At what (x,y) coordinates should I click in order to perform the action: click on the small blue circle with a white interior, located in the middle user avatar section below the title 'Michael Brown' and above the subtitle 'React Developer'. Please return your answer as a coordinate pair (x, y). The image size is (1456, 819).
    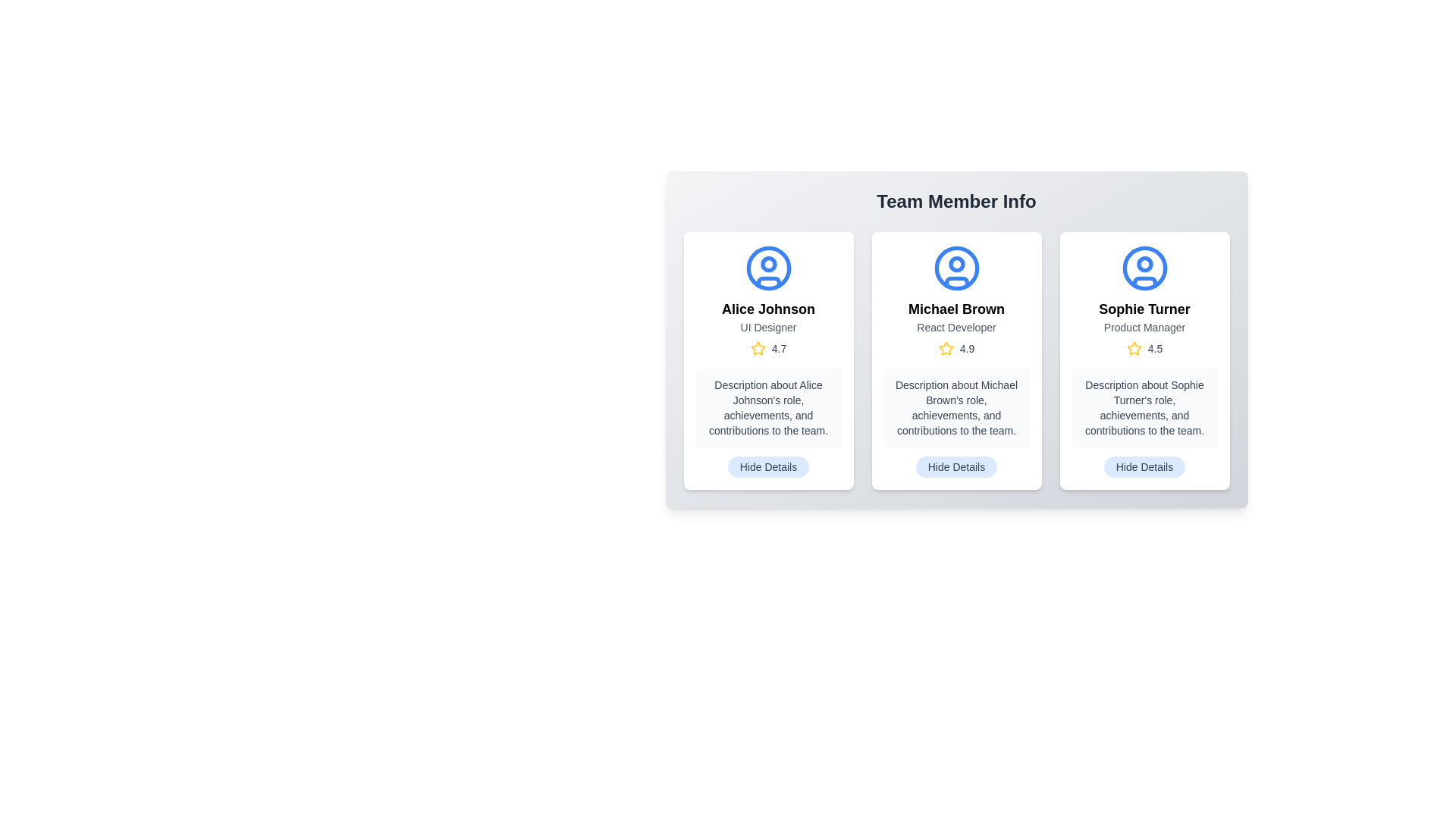
    Looking at the image, I should click on (955, 263).